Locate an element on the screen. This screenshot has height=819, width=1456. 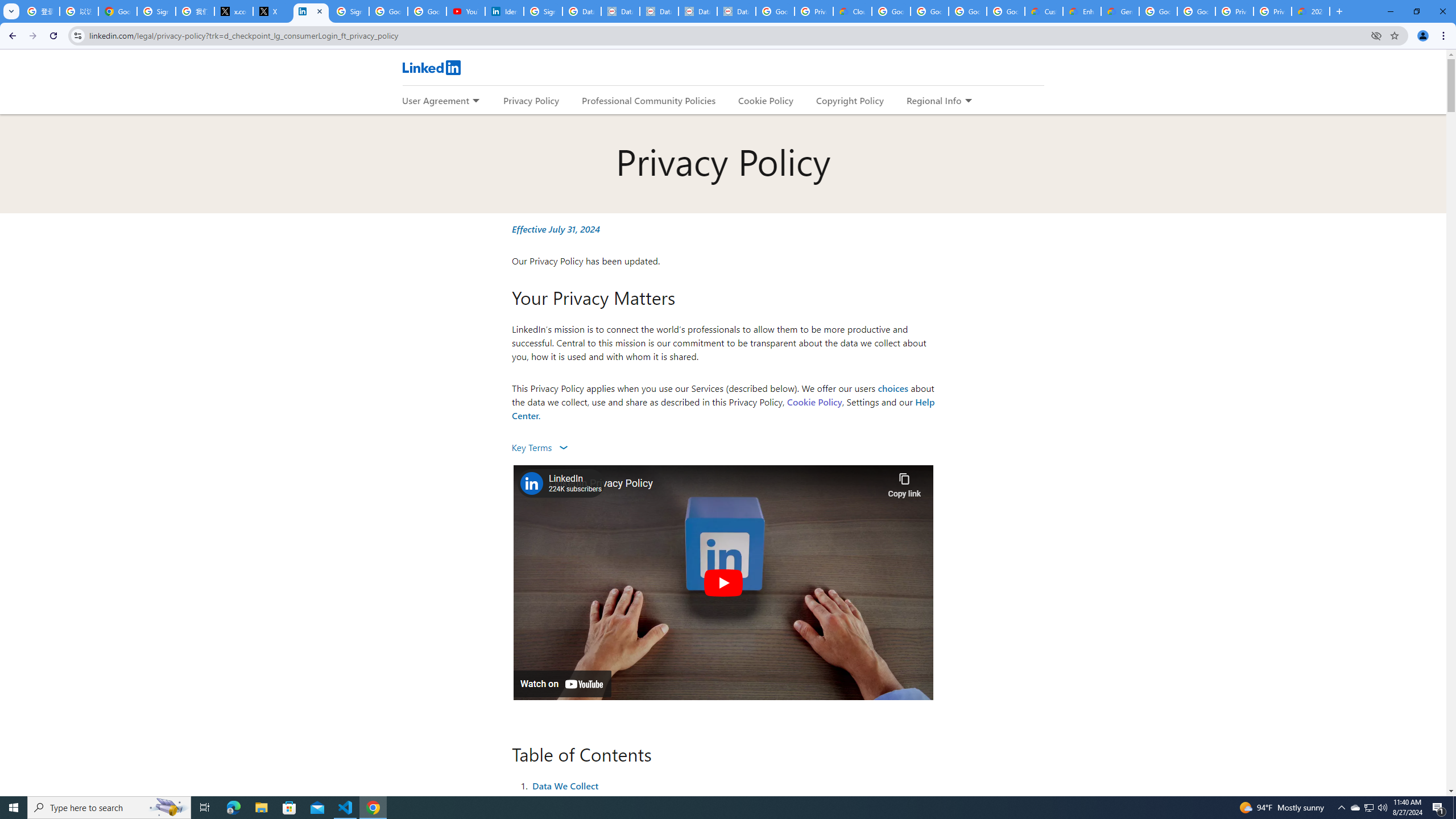
'Privacy Policy' is located at coordinates (531, 100).